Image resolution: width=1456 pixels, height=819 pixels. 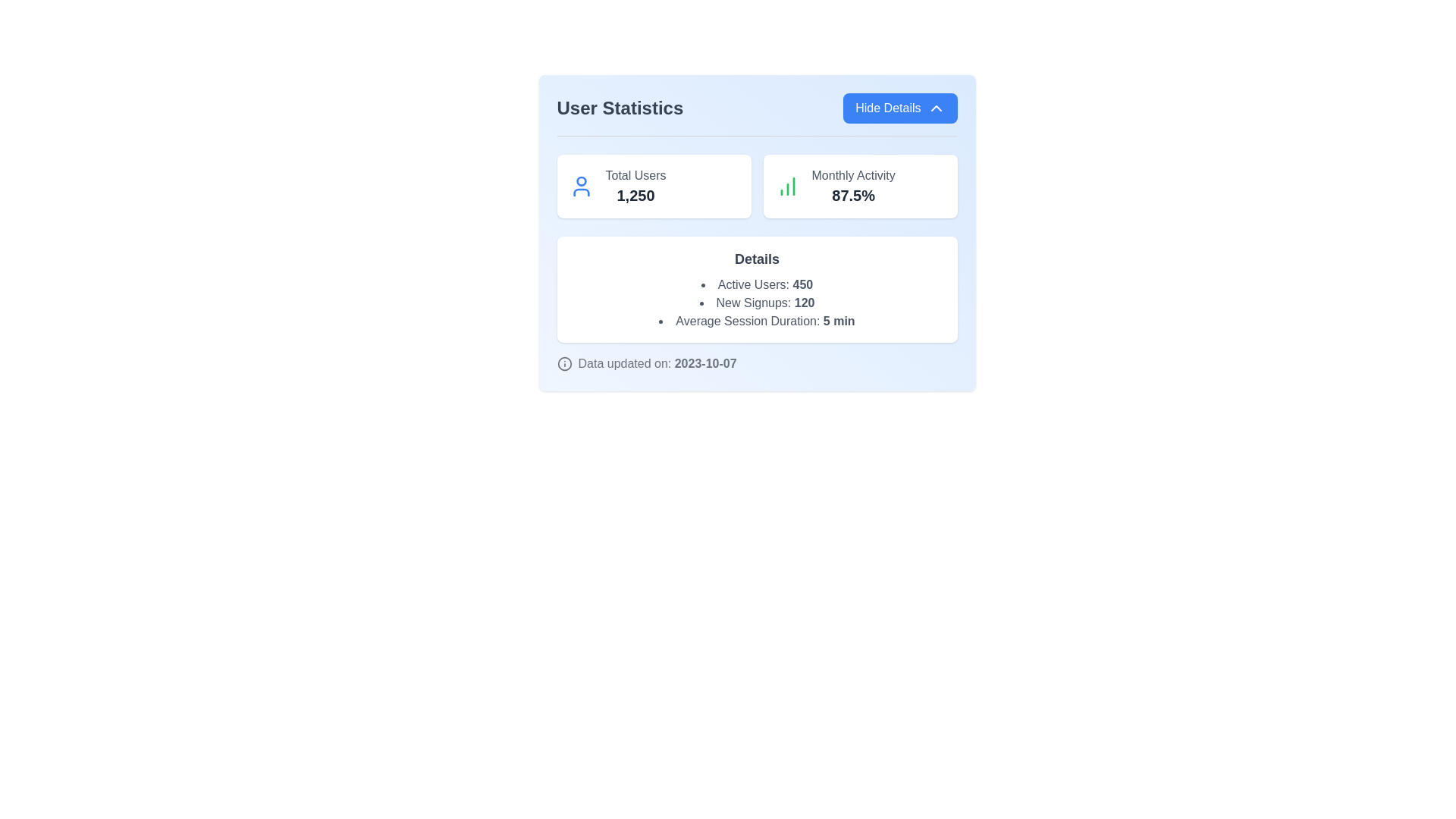 I want to click on the circular part of the user profile icon in the 'User Statistics' card, which is displayed in blue and white colors, so click(x=580, y=180).